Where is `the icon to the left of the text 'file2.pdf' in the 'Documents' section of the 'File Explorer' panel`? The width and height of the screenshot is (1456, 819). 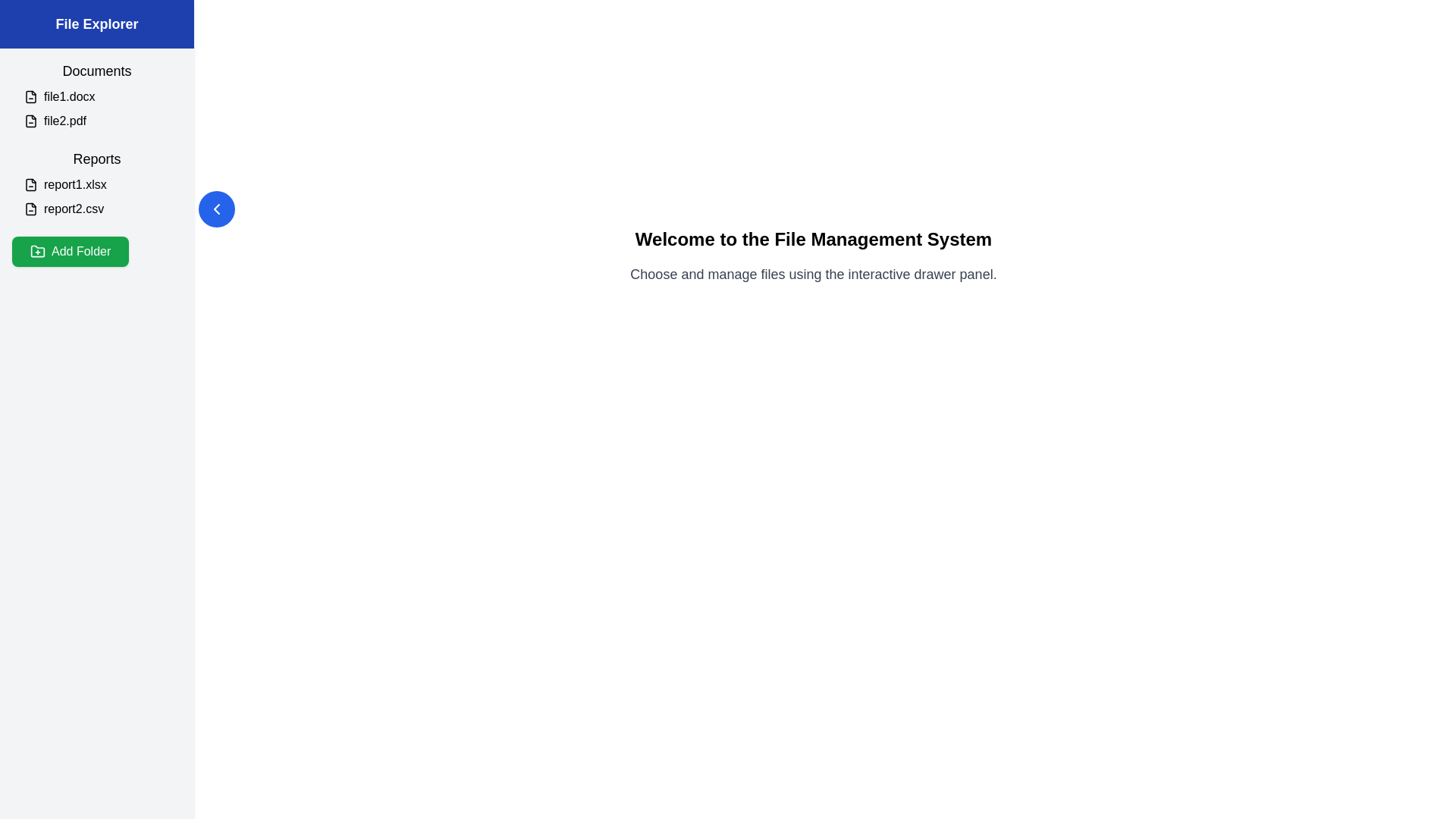
the icon to the left of the text 'file2.pdf' in the 'Documents' section of the 'File Explorer' panel is located at coordinates (31, 120).